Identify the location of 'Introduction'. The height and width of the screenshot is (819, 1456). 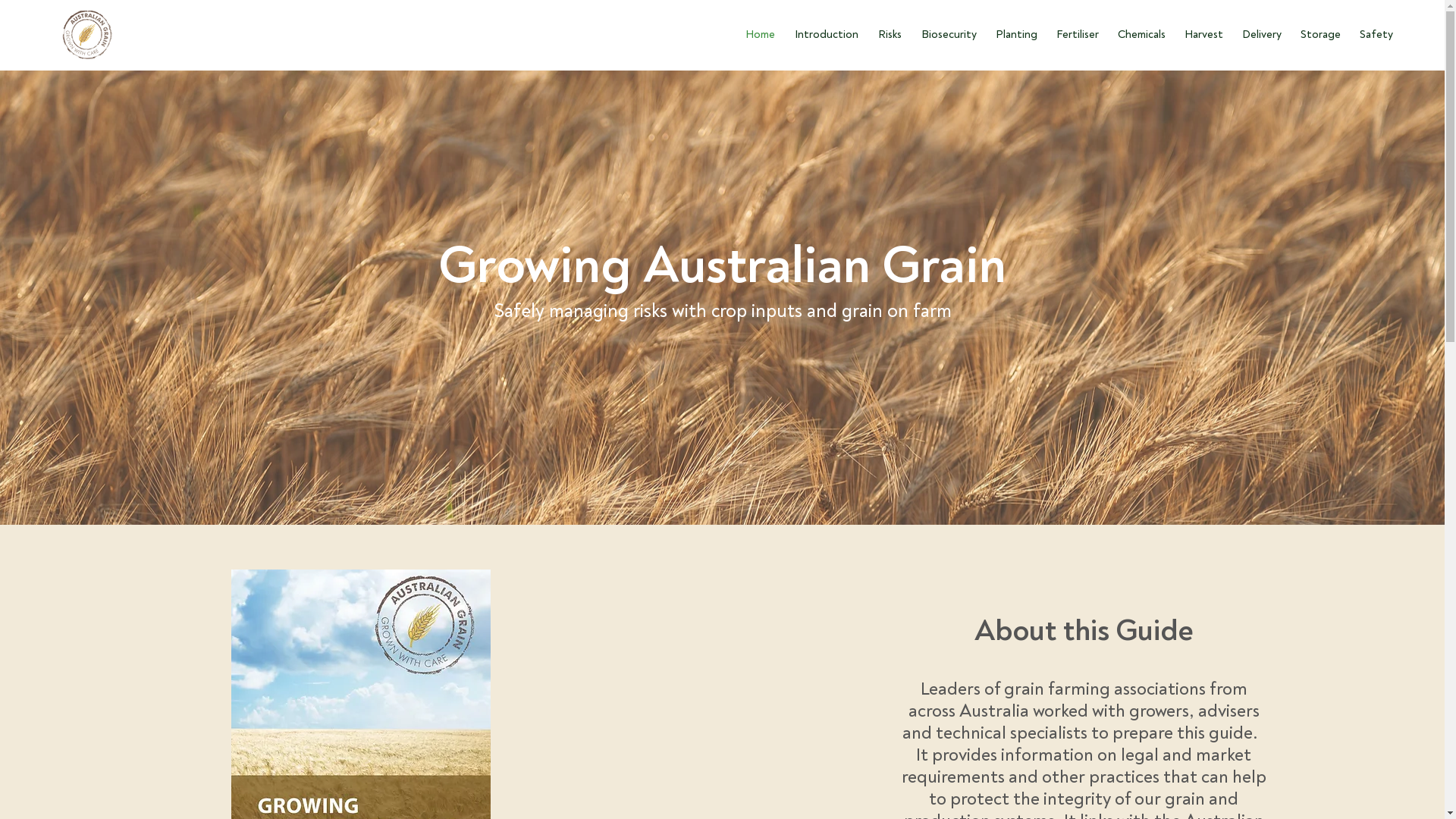
(823, 34).